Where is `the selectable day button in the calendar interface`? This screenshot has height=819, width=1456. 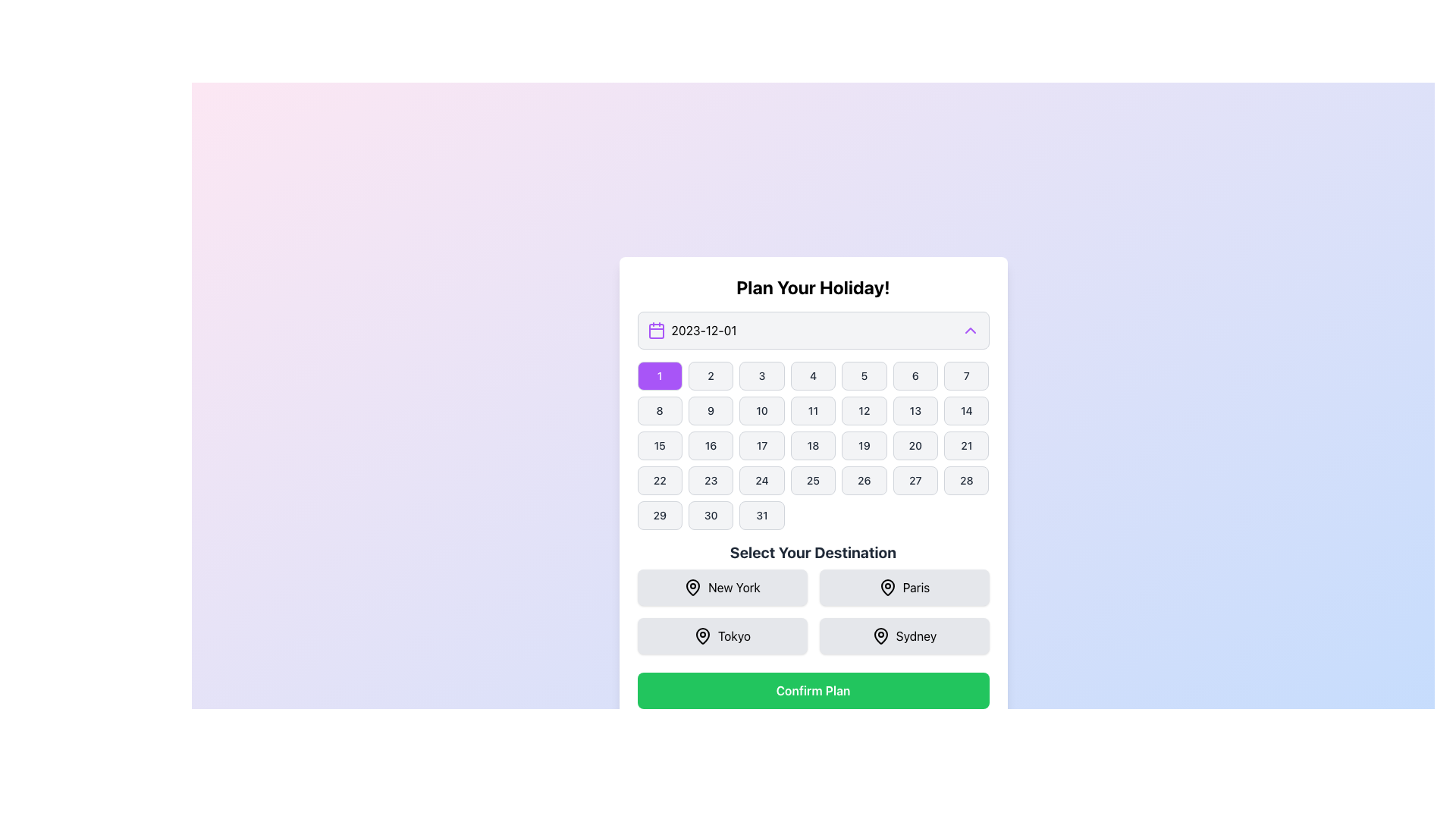
the selectable day button in the calendar interface is located at coordinates (812, 411).